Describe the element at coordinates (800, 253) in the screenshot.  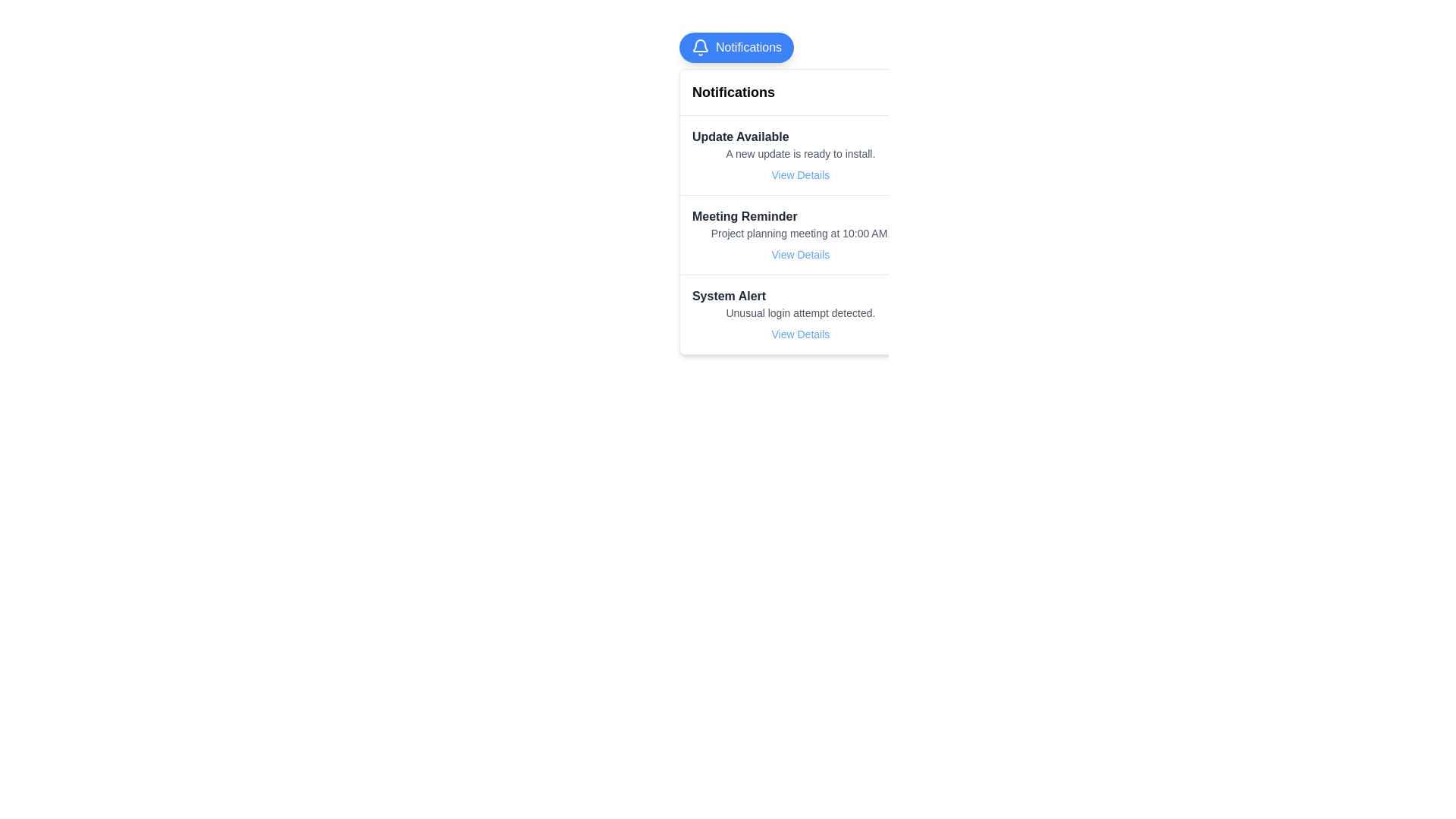
I see `the hyperlink for the 'Meeting Reminder' notification` at that location.